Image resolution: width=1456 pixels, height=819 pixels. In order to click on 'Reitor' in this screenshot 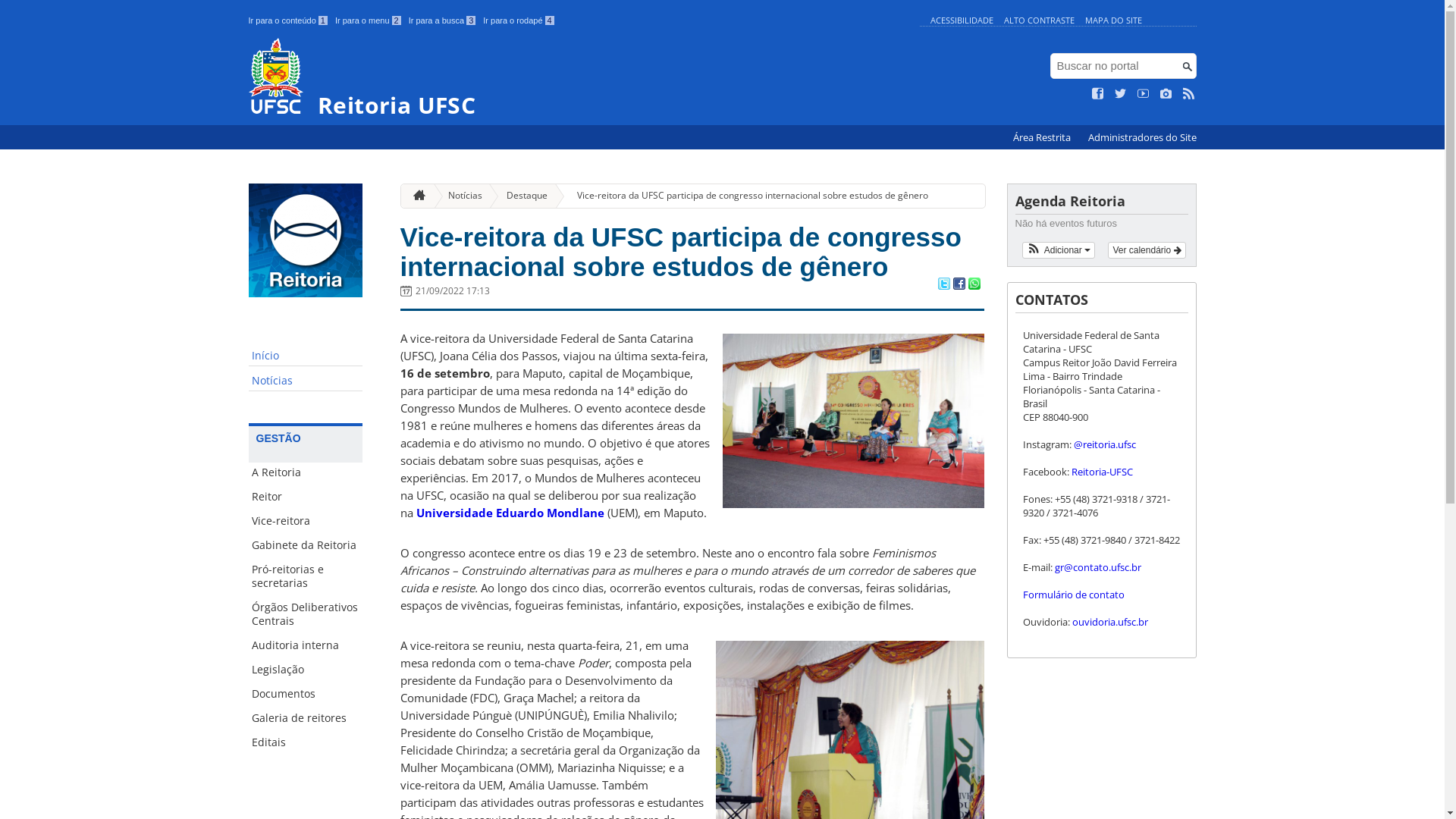, I will do `click(305, 497)`.